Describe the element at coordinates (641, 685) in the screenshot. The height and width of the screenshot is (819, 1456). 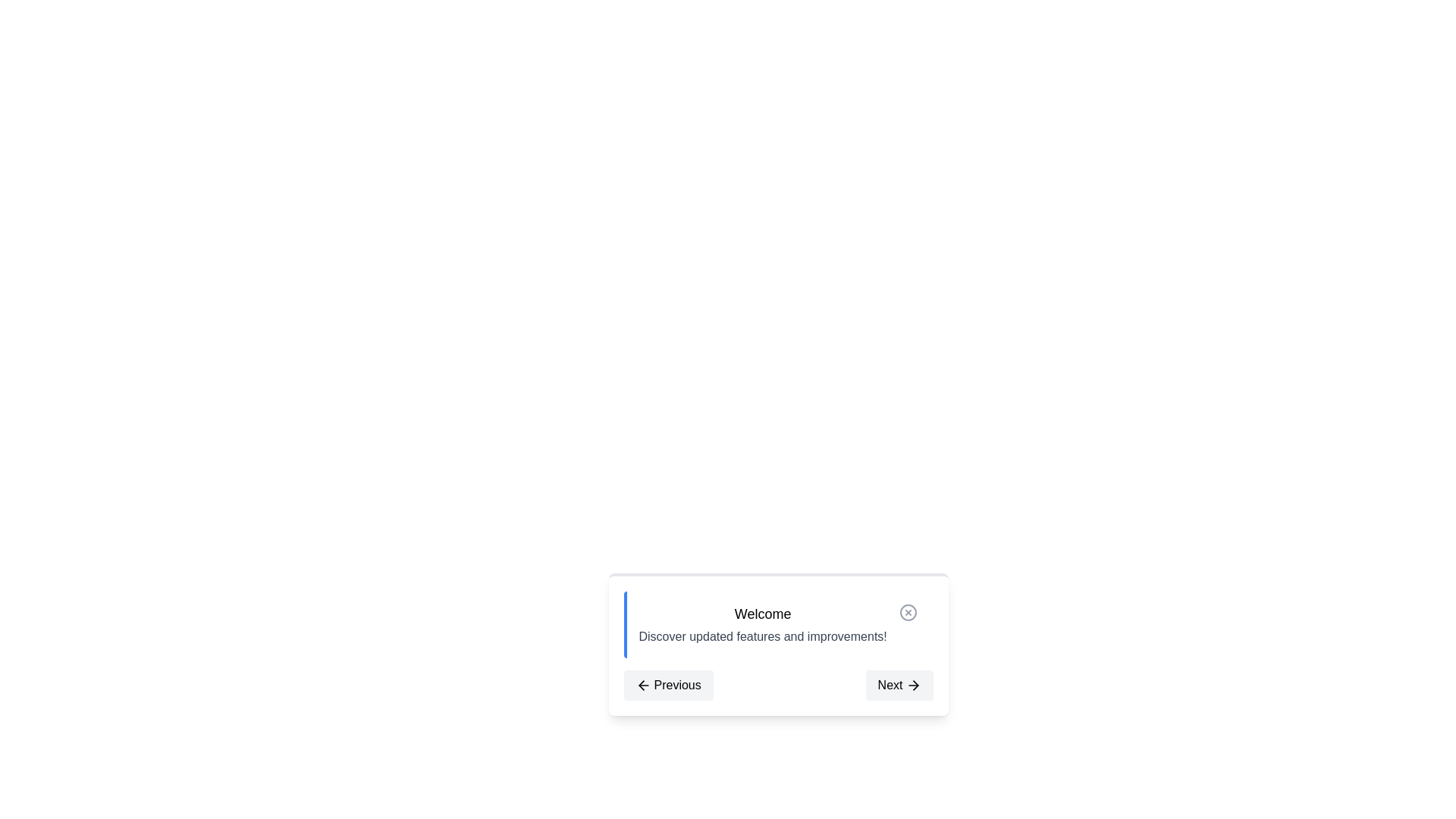
I see `the leftward-pointing arrowhead graphic component within the SVG icon located near the left end of the 'Previous' button on the control panel` at that location.